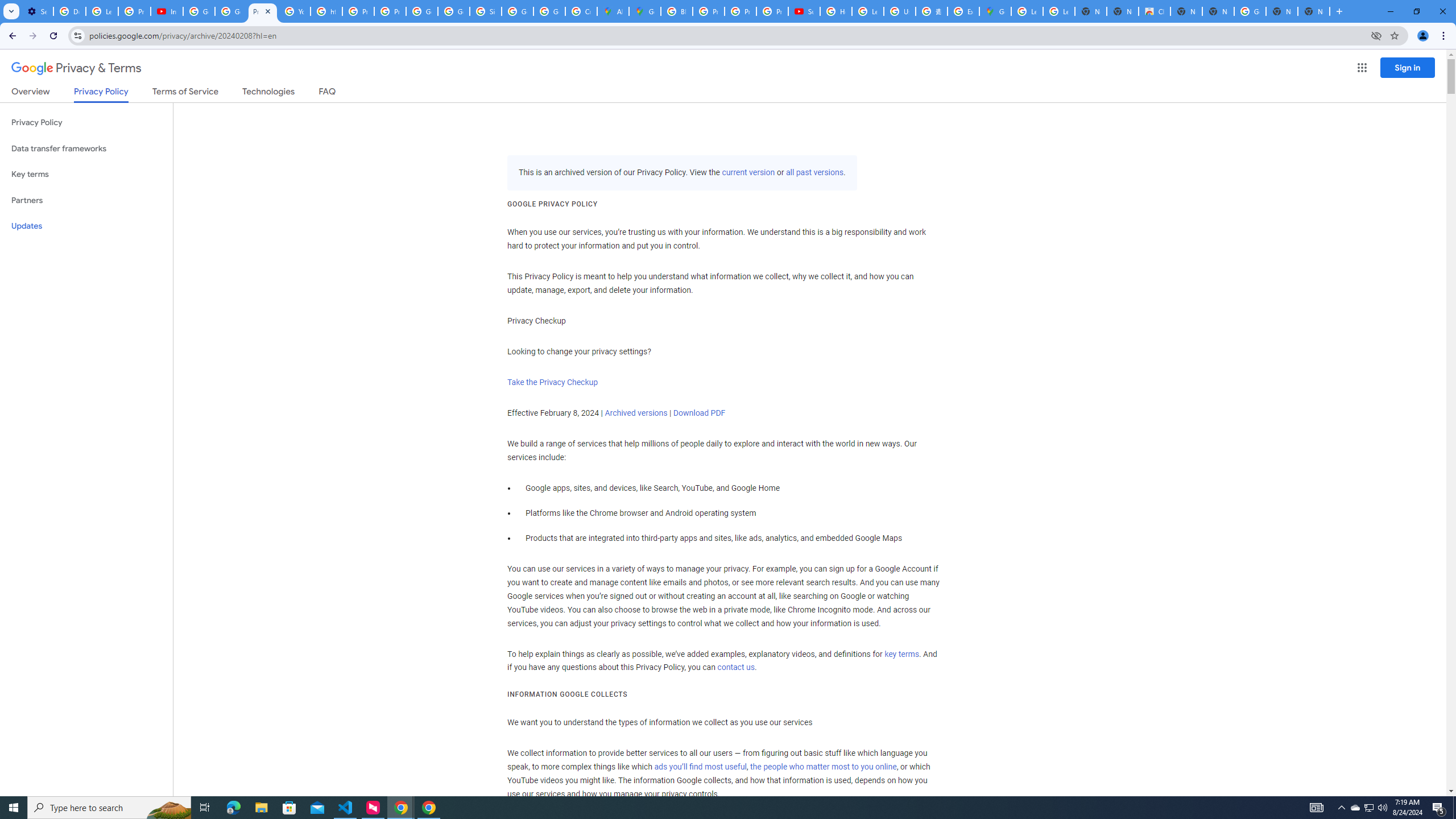  I want to click on 'New Tab', so click(1314, 11).